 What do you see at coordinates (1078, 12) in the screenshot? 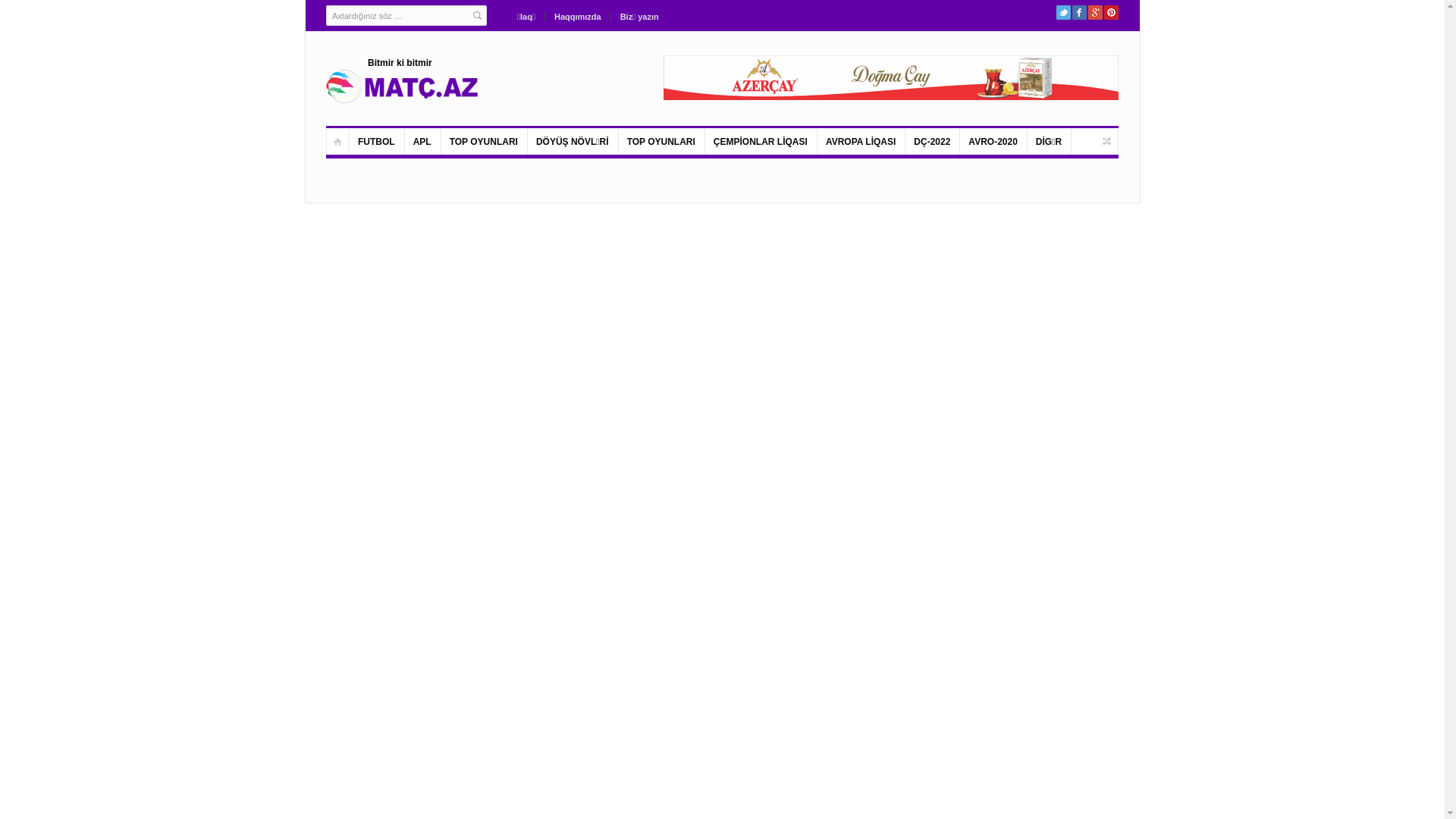
I see `'Facebook'` at bounding box center [1078, 12].